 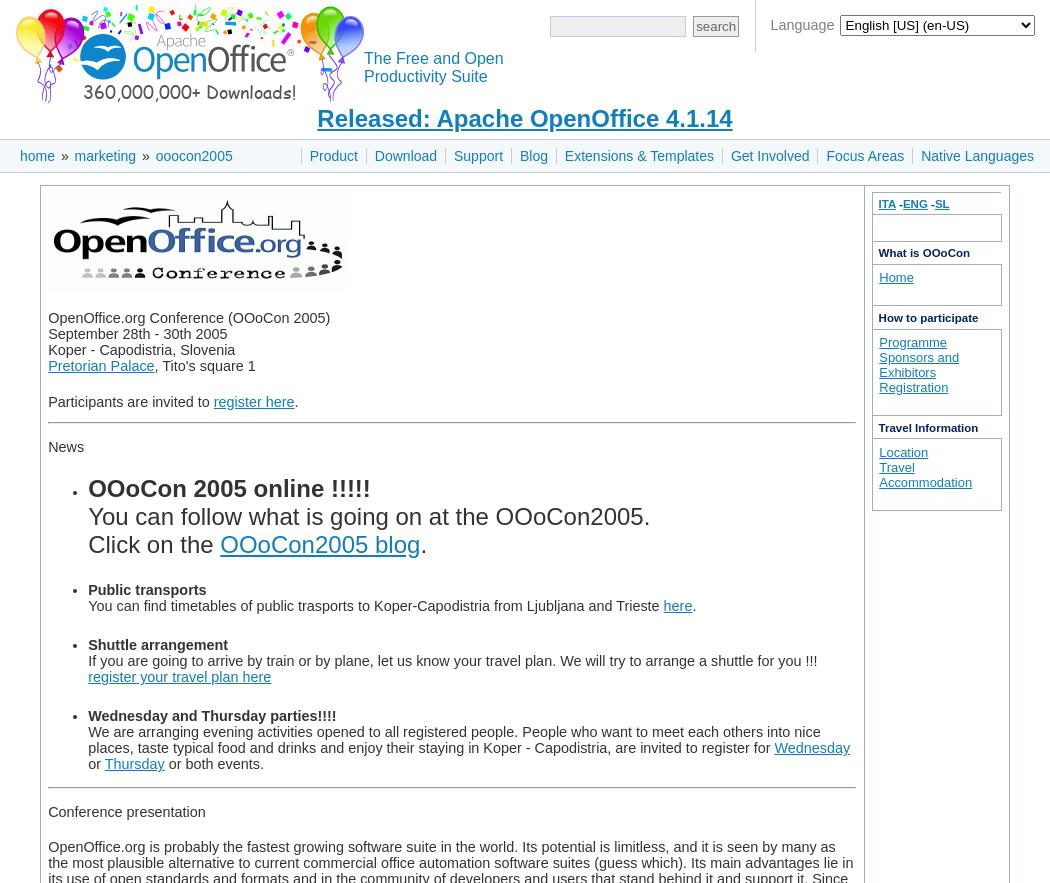 I want to click on 'News', so click(x=46, y=445).